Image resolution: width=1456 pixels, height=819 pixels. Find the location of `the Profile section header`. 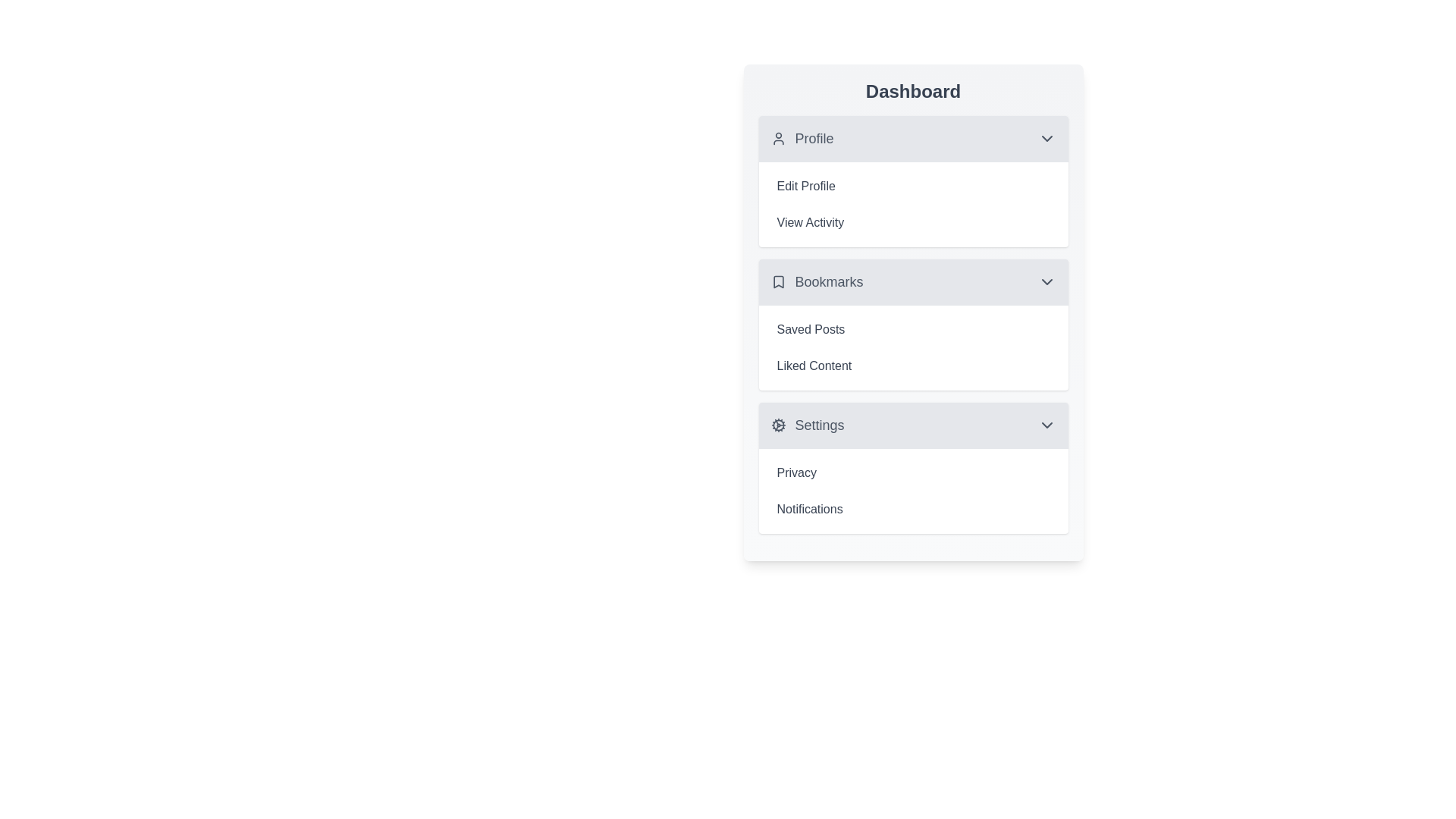

the Profile section header is located at coordinates (912, 138).